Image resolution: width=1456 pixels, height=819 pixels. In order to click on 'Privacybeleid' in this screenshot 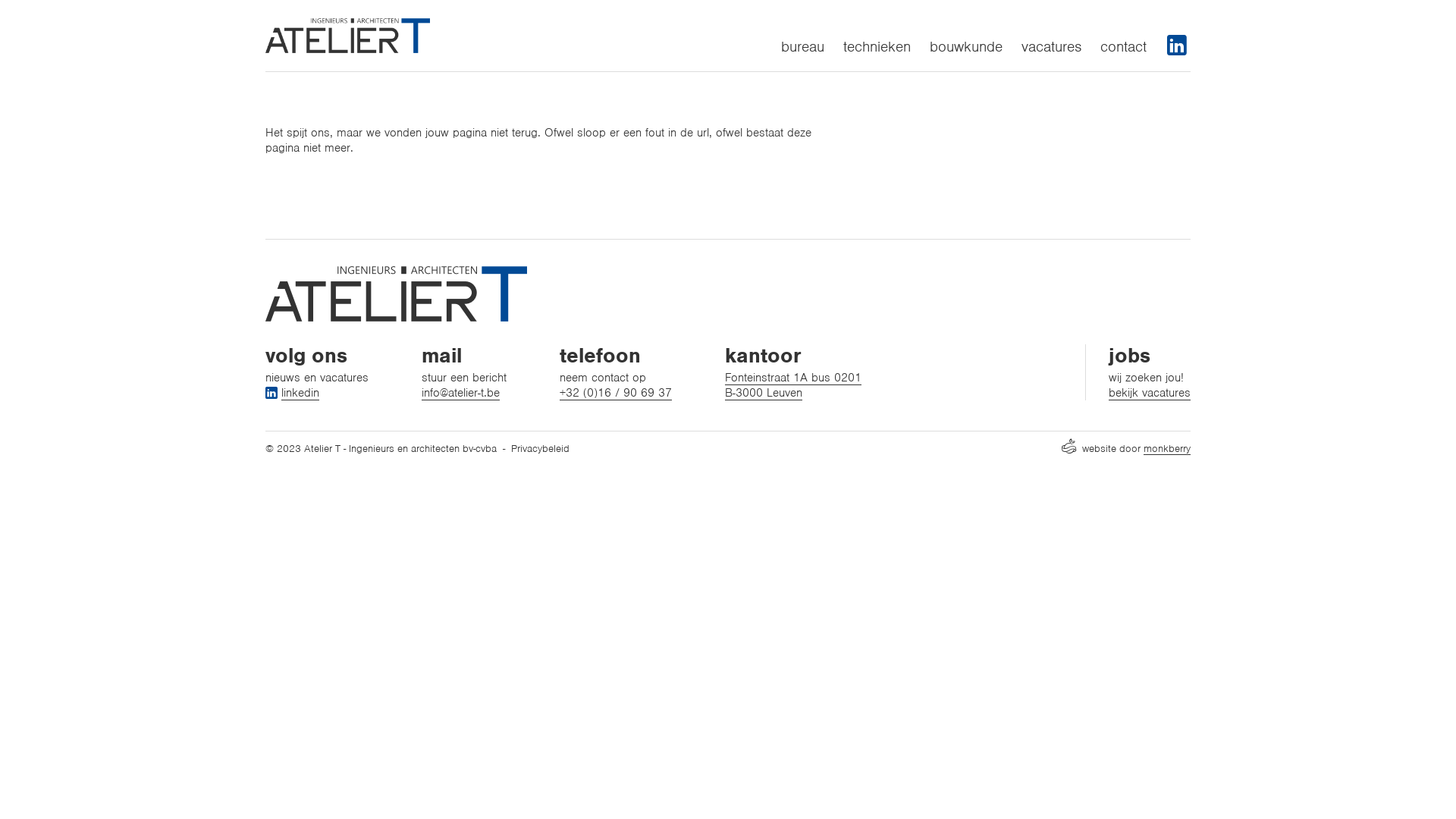, I will do `click(510, 447)`.